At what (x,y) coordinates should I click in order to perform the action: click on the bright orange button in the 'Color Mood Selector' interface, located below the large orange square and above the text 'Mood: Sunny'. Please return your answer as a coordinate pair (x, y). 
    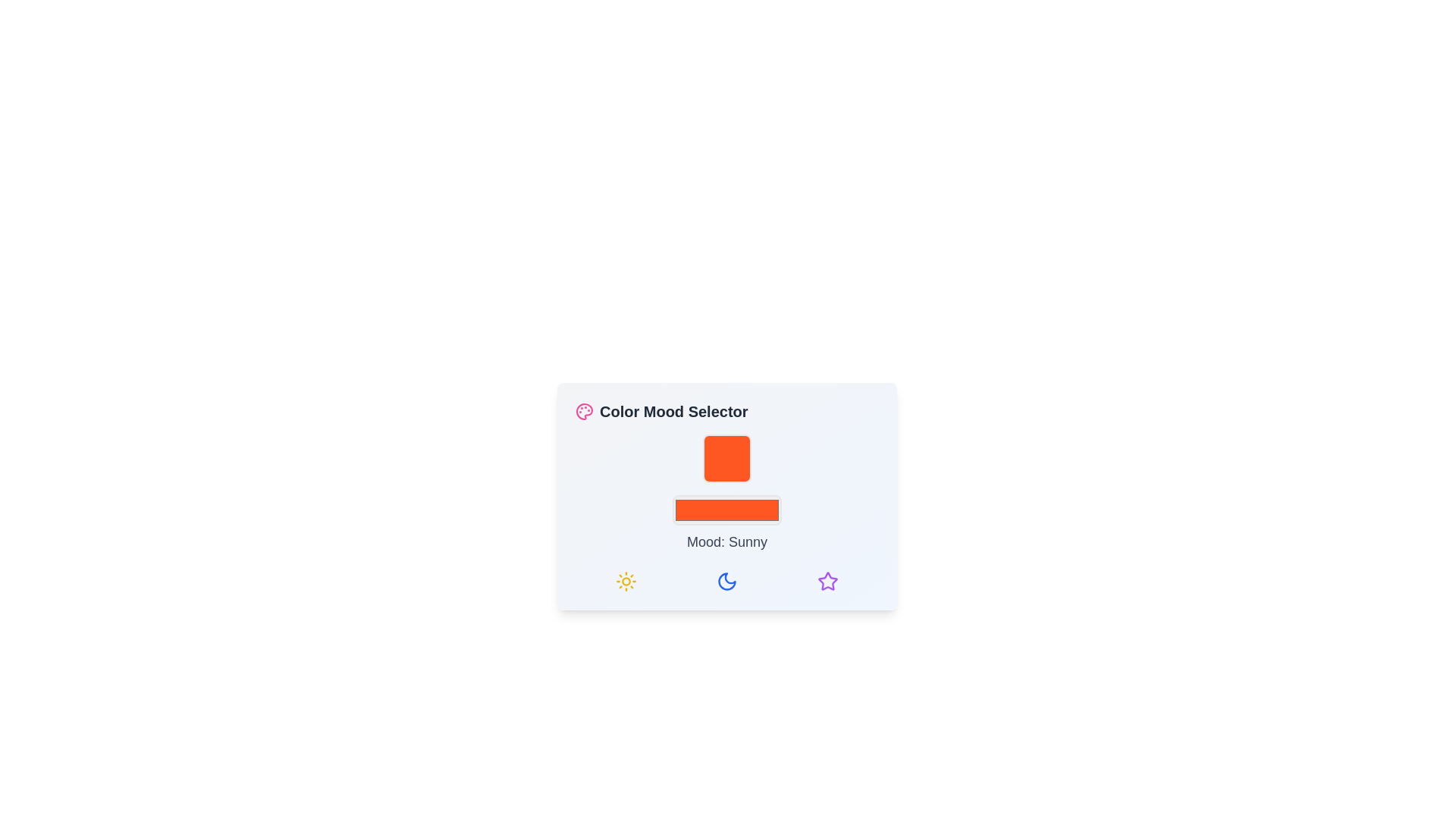
    Looking at the image, I should click on (726, 494).